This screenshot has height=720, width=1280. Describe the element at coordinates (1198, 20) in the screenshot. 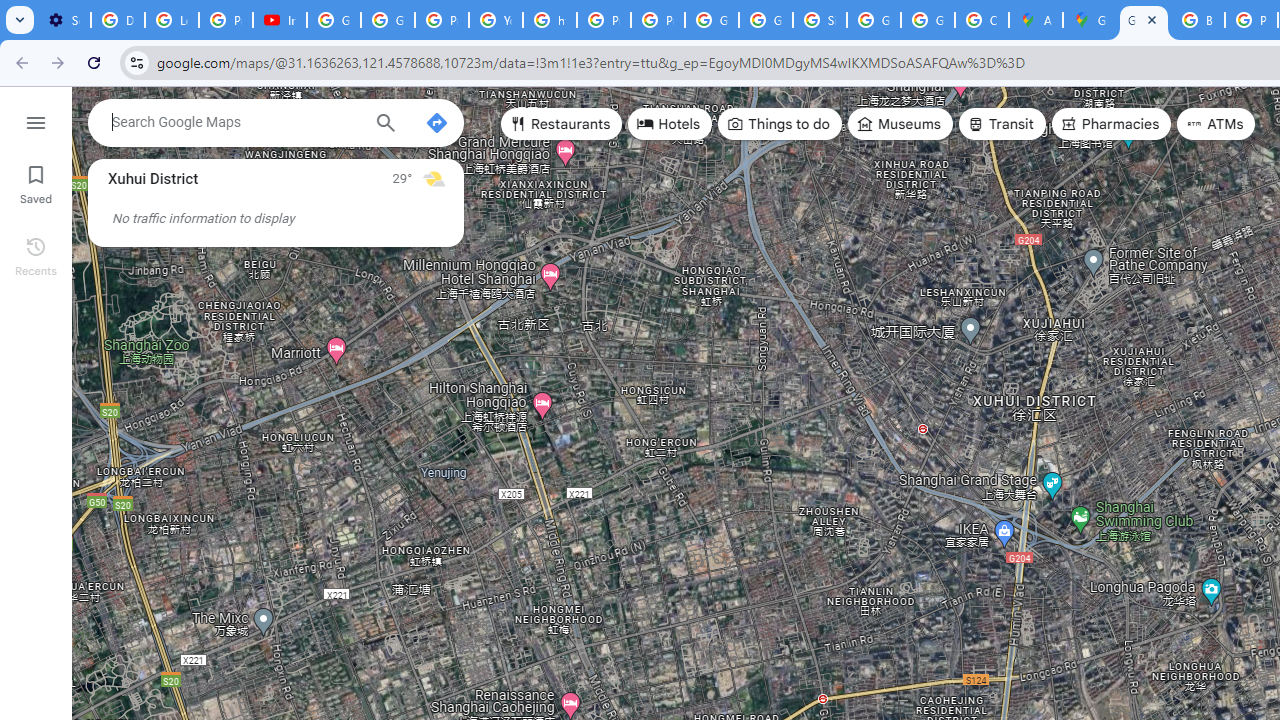

I see `'Blogger Policies and Guidelines - Transparency Center'` at that location.